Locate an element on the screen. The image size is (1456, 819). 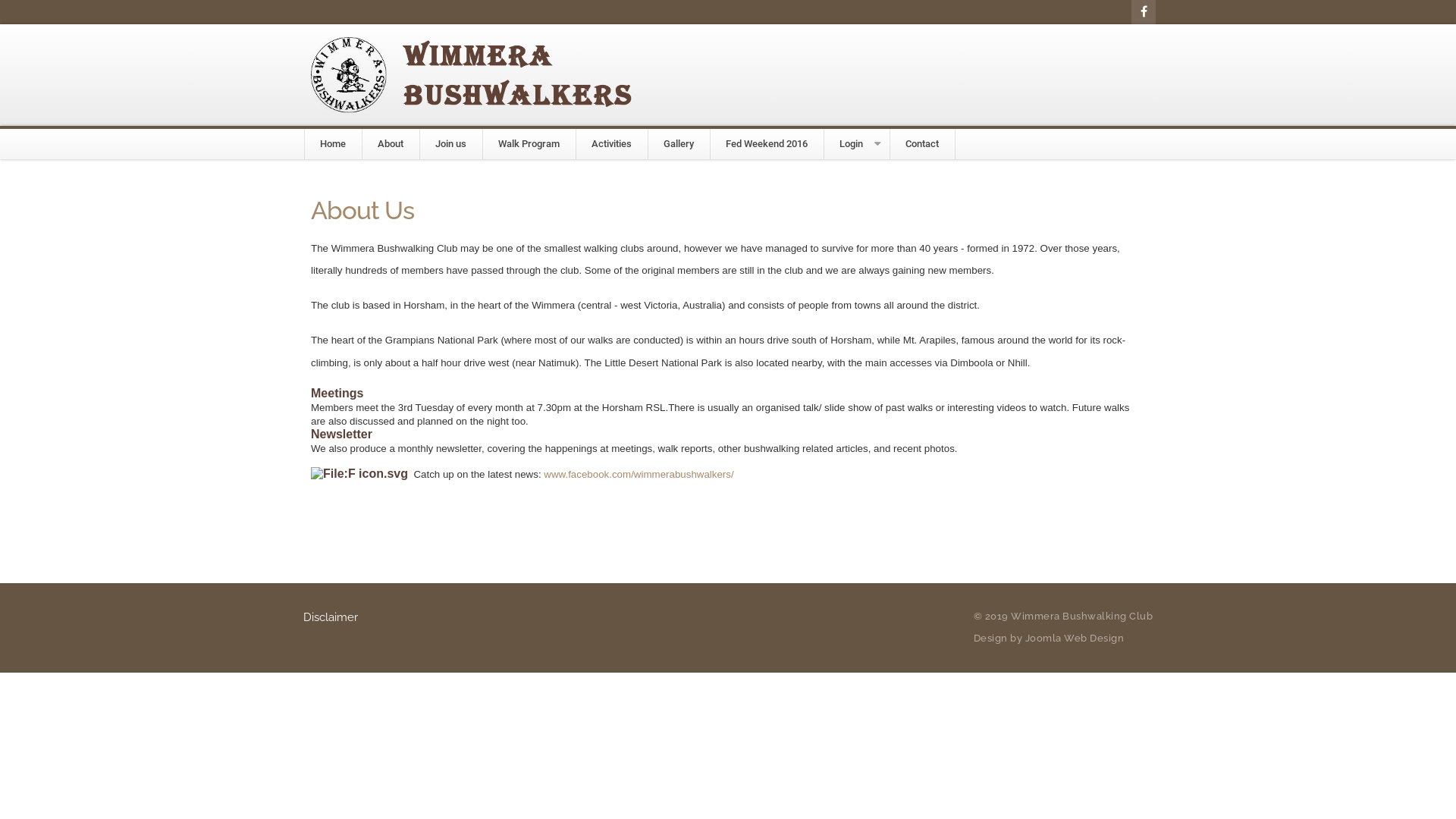
'Joomla Web Design' is located at coordinates (1074, 638).